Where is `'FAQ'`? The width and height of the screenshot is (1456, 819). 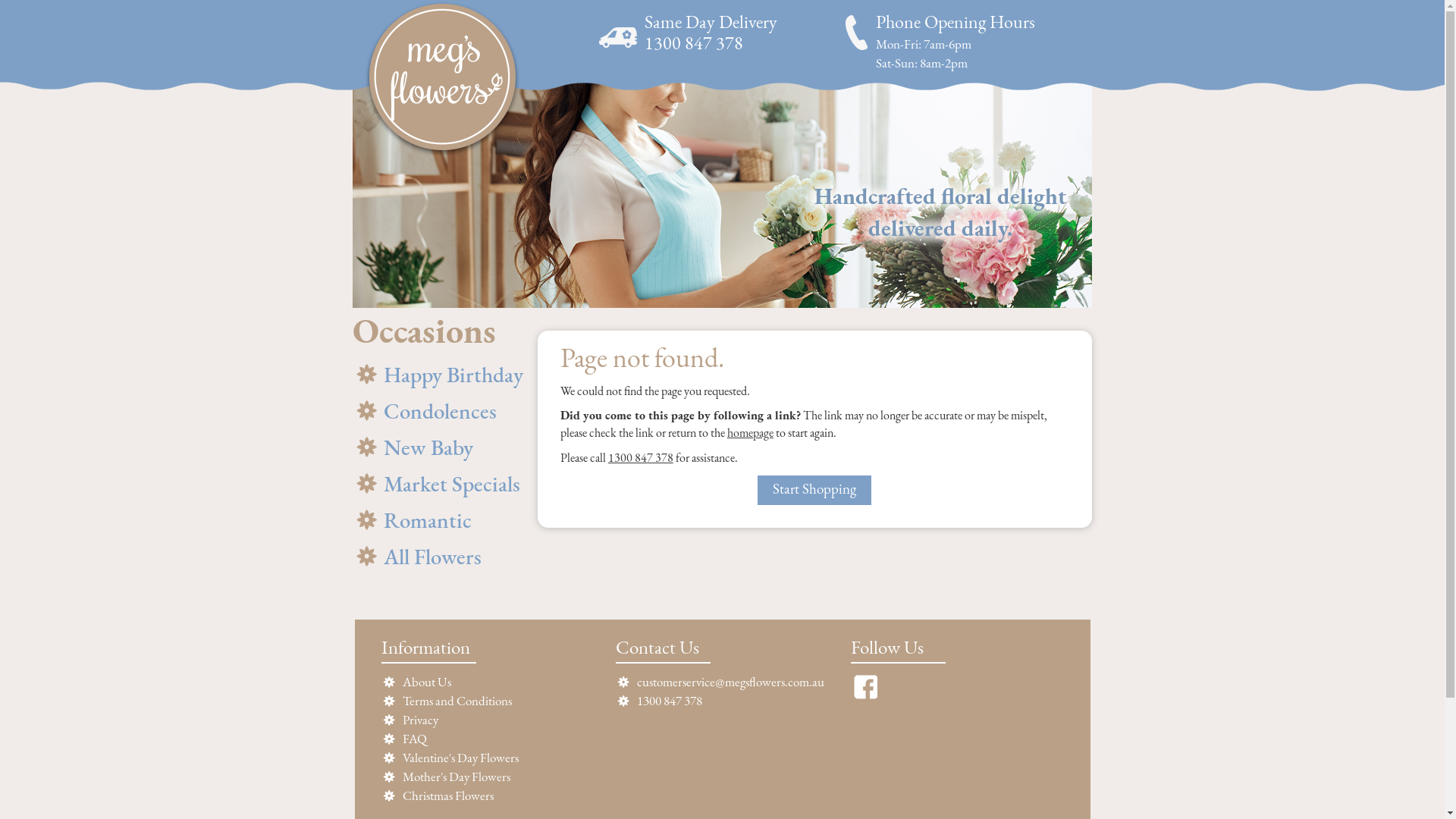 'FAQ' is located at coordinates (414, 739).